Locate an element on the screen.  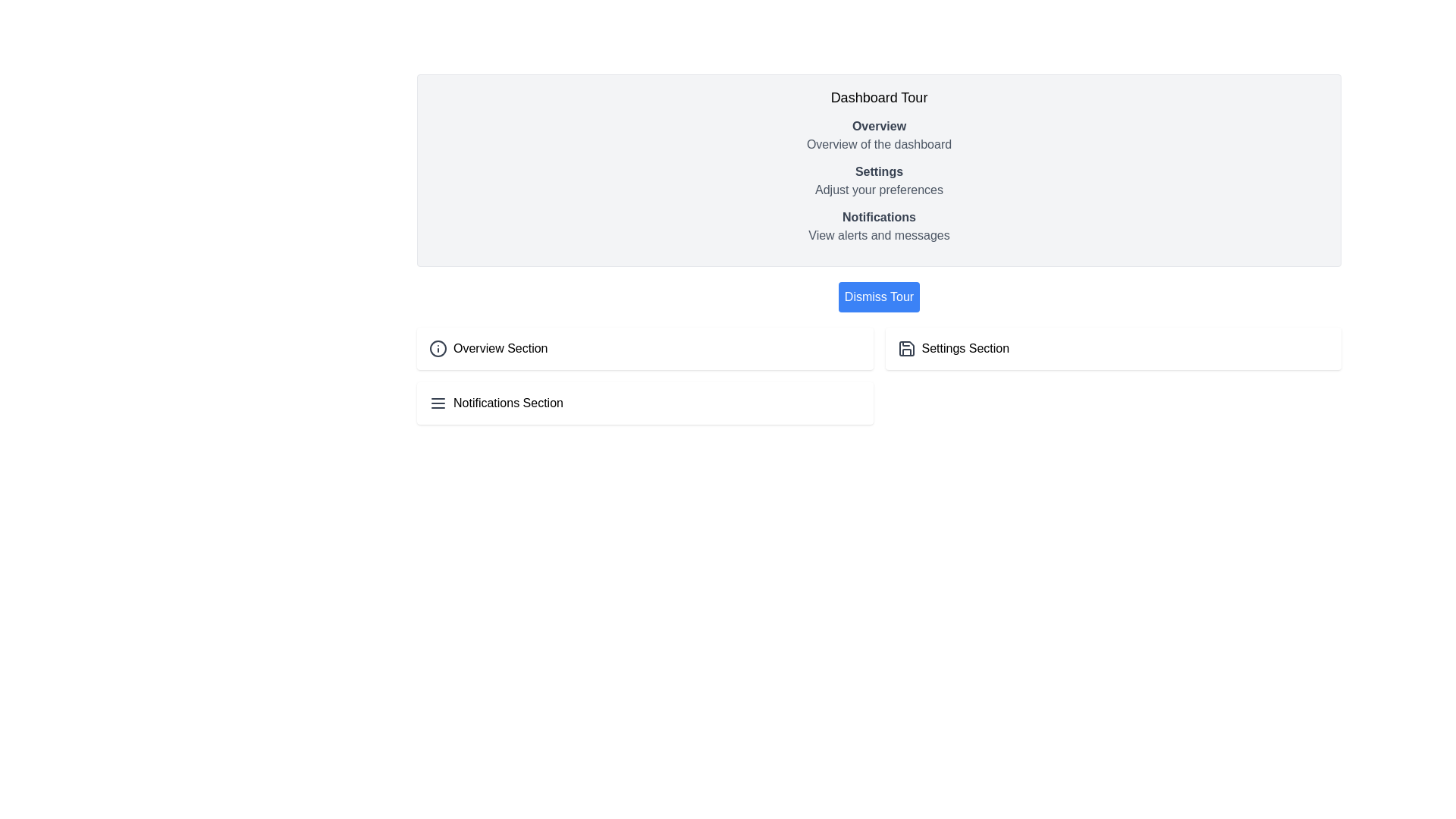
the text label that reads 'Adjust your preferences', which is styled in gray and located beneath the 'Settings' title is located at coordinates (879, 189).